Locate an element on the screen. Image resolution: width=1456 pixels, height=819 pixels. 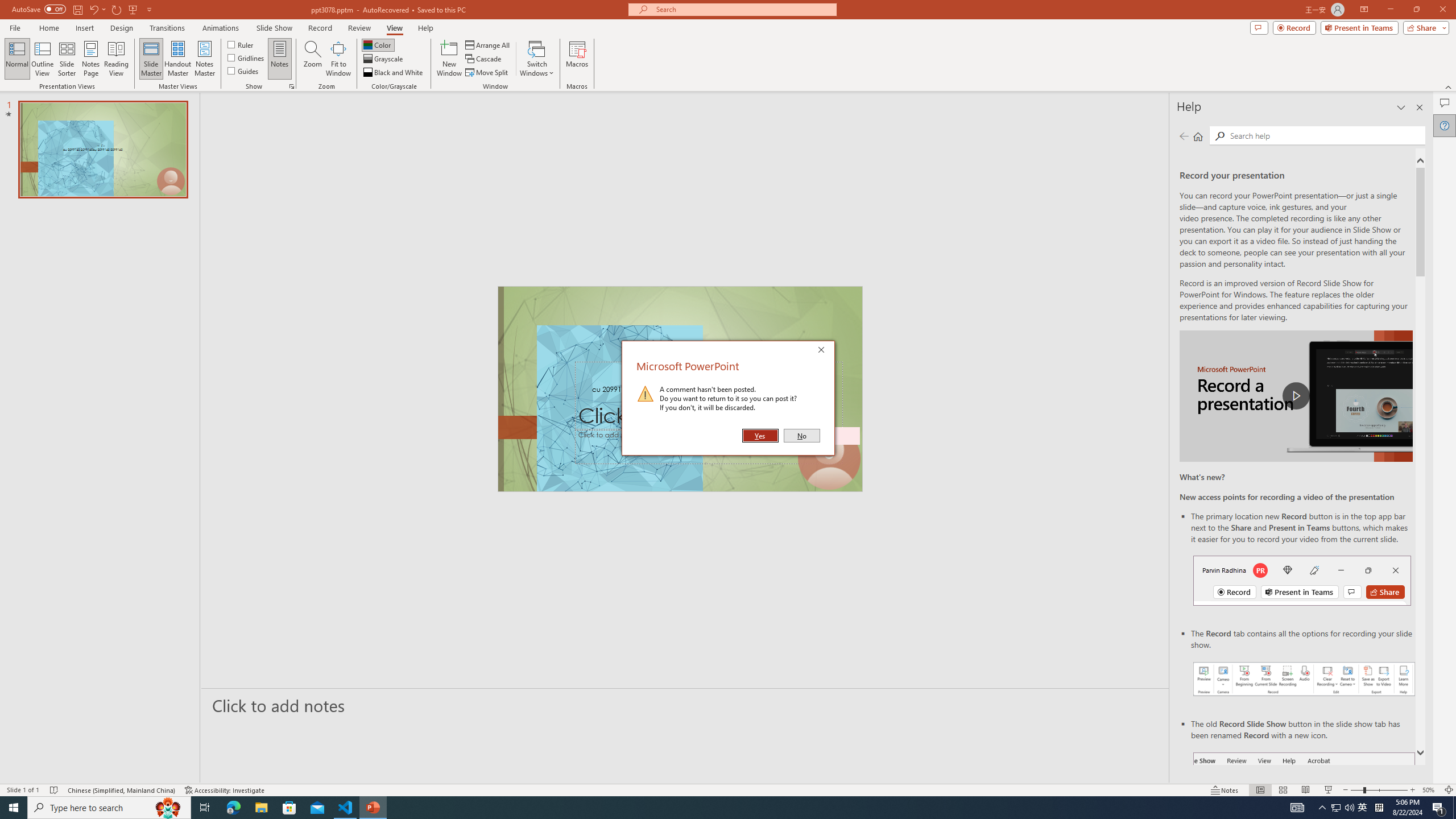
'Zoom 50%' is located at coordinates (1430, 790).